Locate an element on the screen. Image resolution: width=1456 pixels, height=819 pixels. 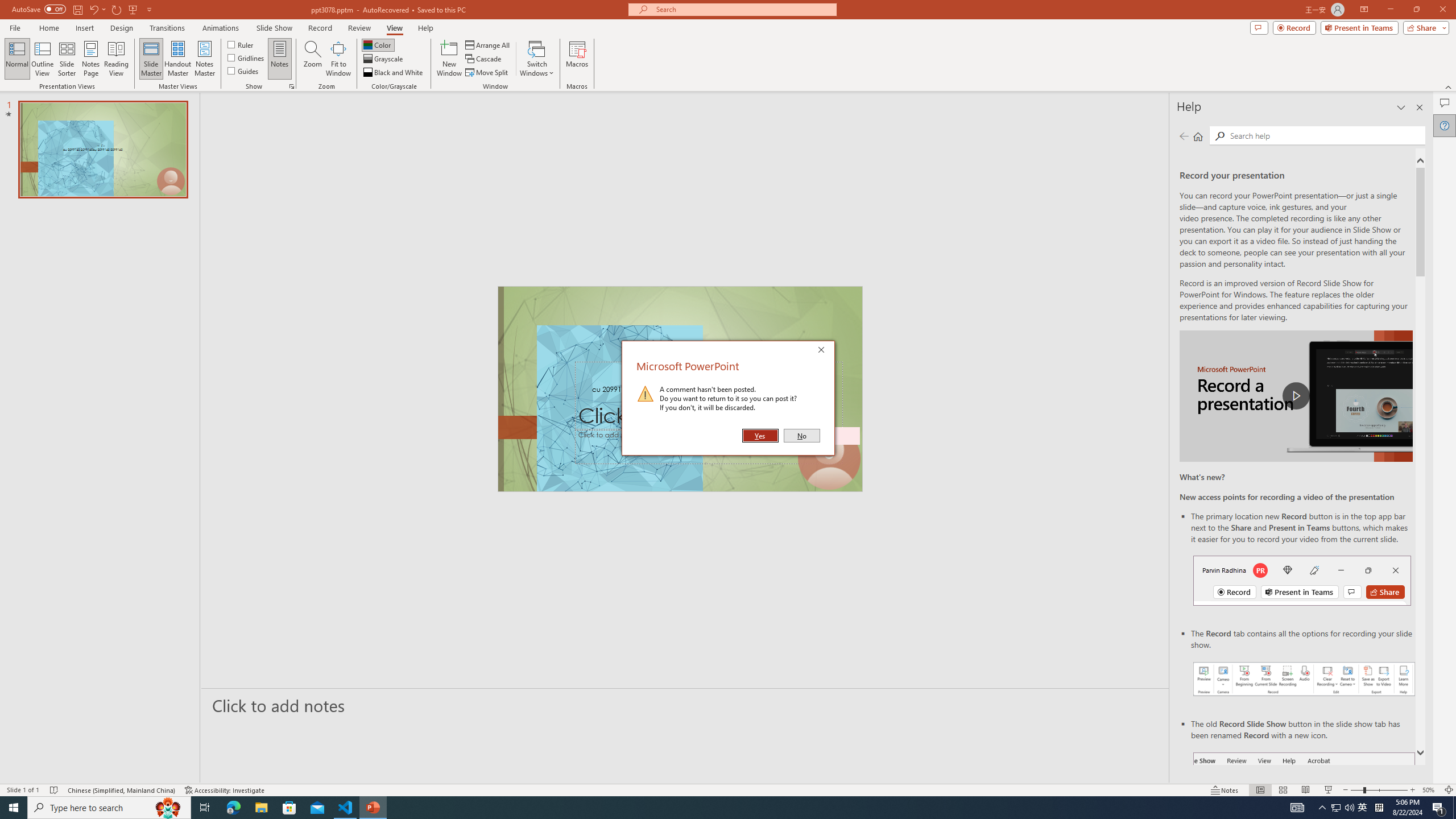
'Zoom 50%' is located at coordinates (1430, 790).